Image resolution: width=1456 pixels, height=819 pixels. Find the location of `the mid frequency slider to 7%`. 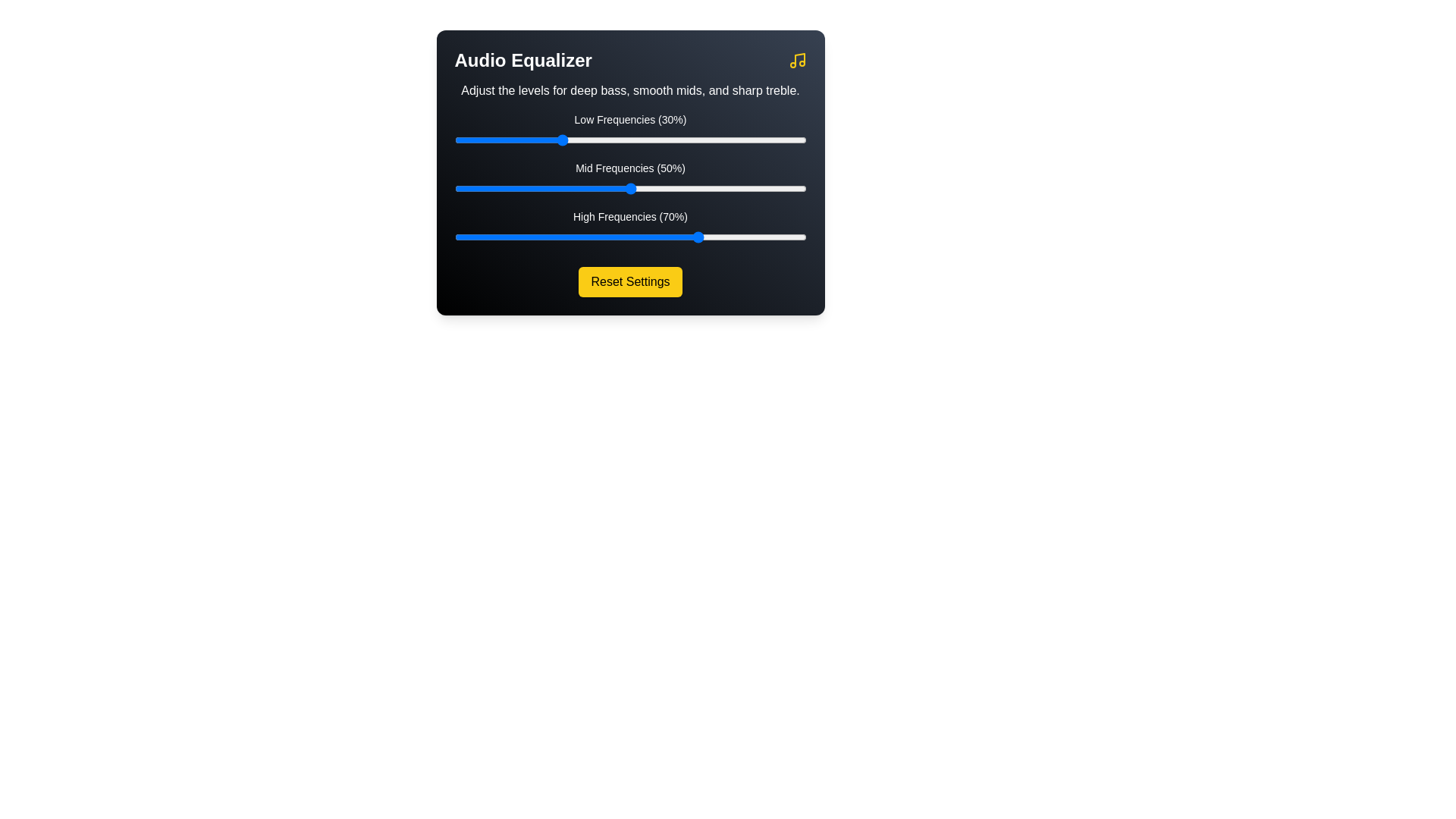

the mid frequency slider to 7% is located at coordinates (479, 188).